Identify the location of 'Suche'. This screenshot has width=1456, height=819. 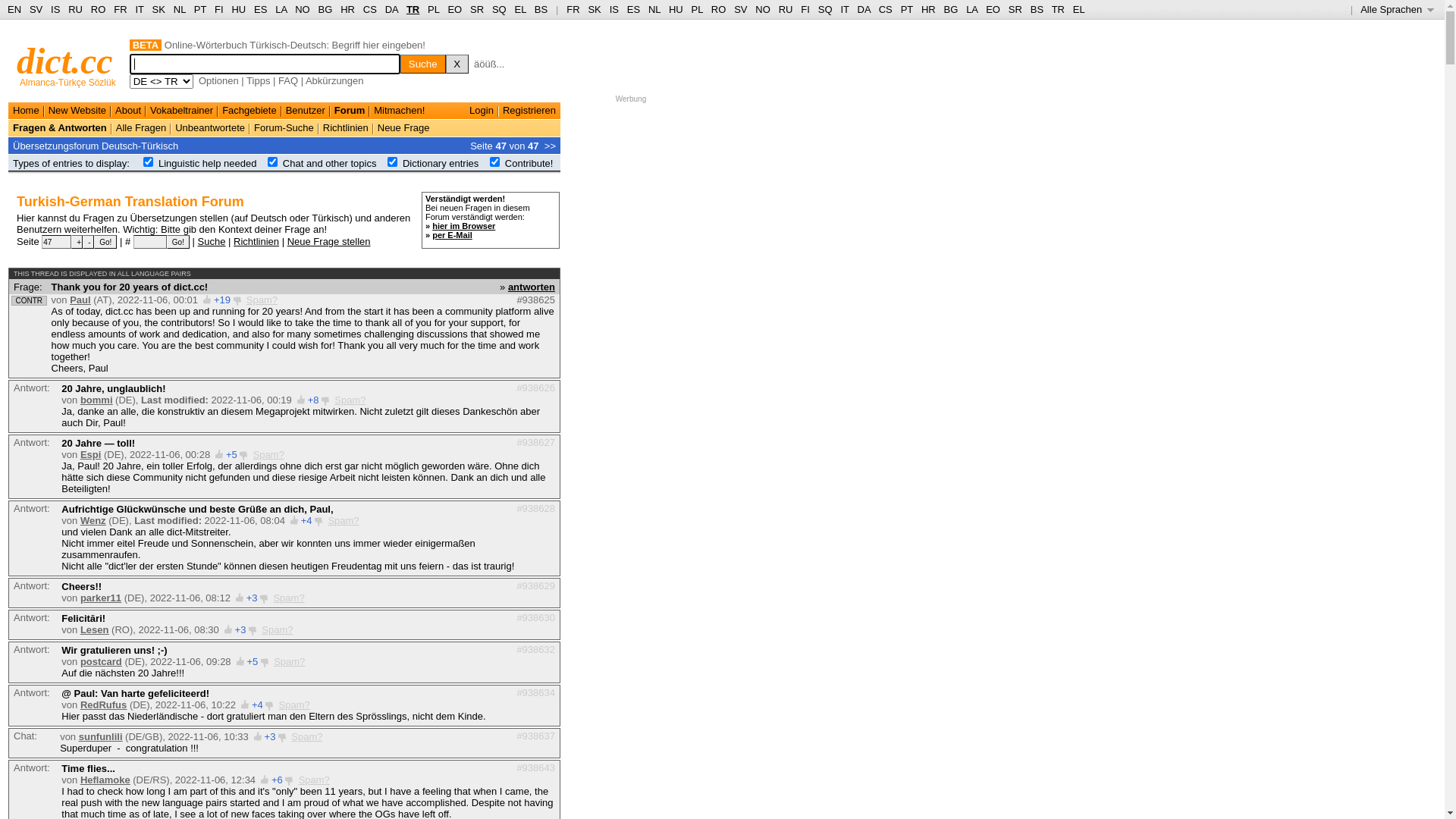
(211, 240).